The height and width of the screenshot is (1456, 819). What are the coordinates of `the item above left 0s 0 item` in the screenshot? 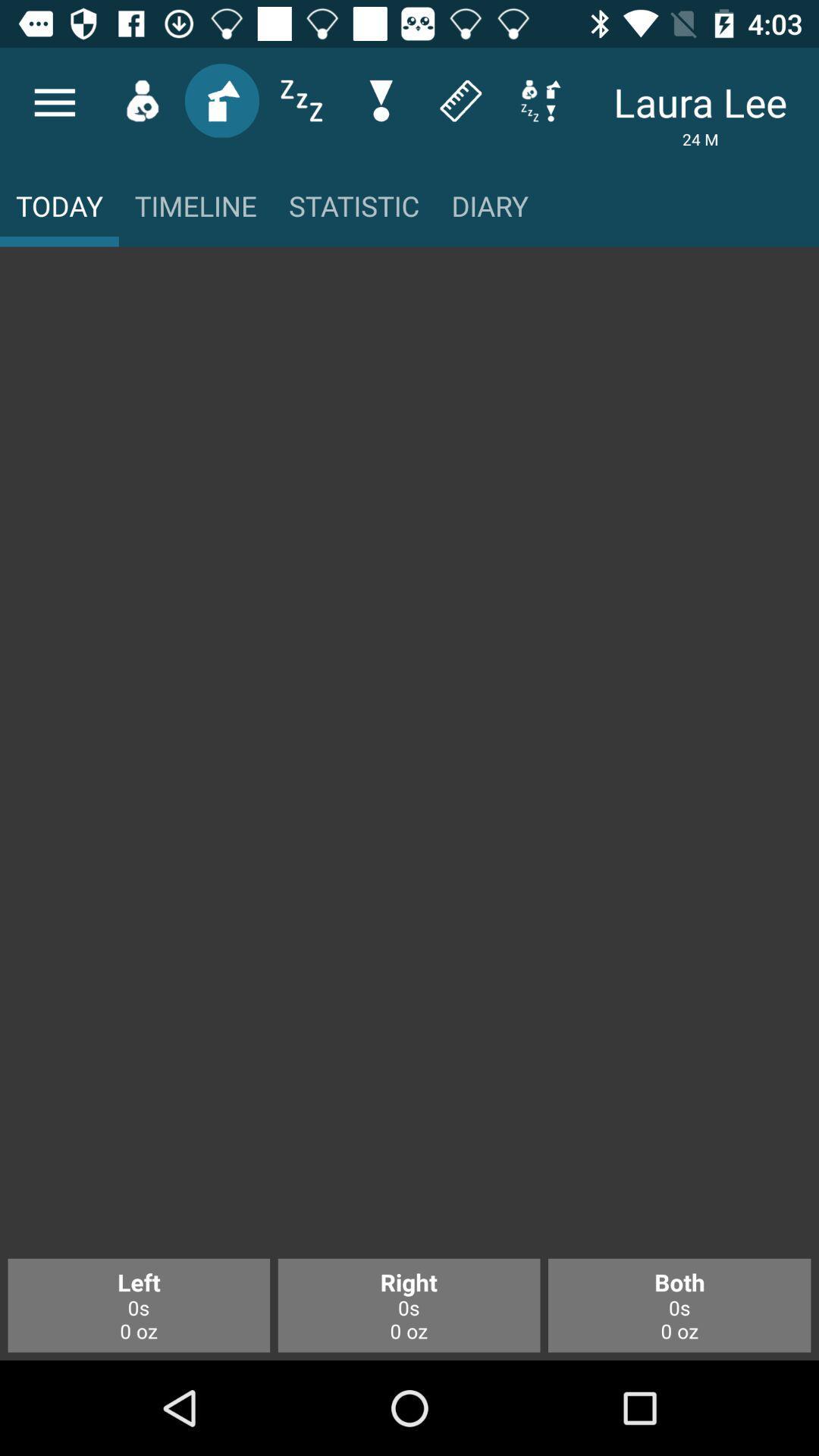 It's located at (409, 761).